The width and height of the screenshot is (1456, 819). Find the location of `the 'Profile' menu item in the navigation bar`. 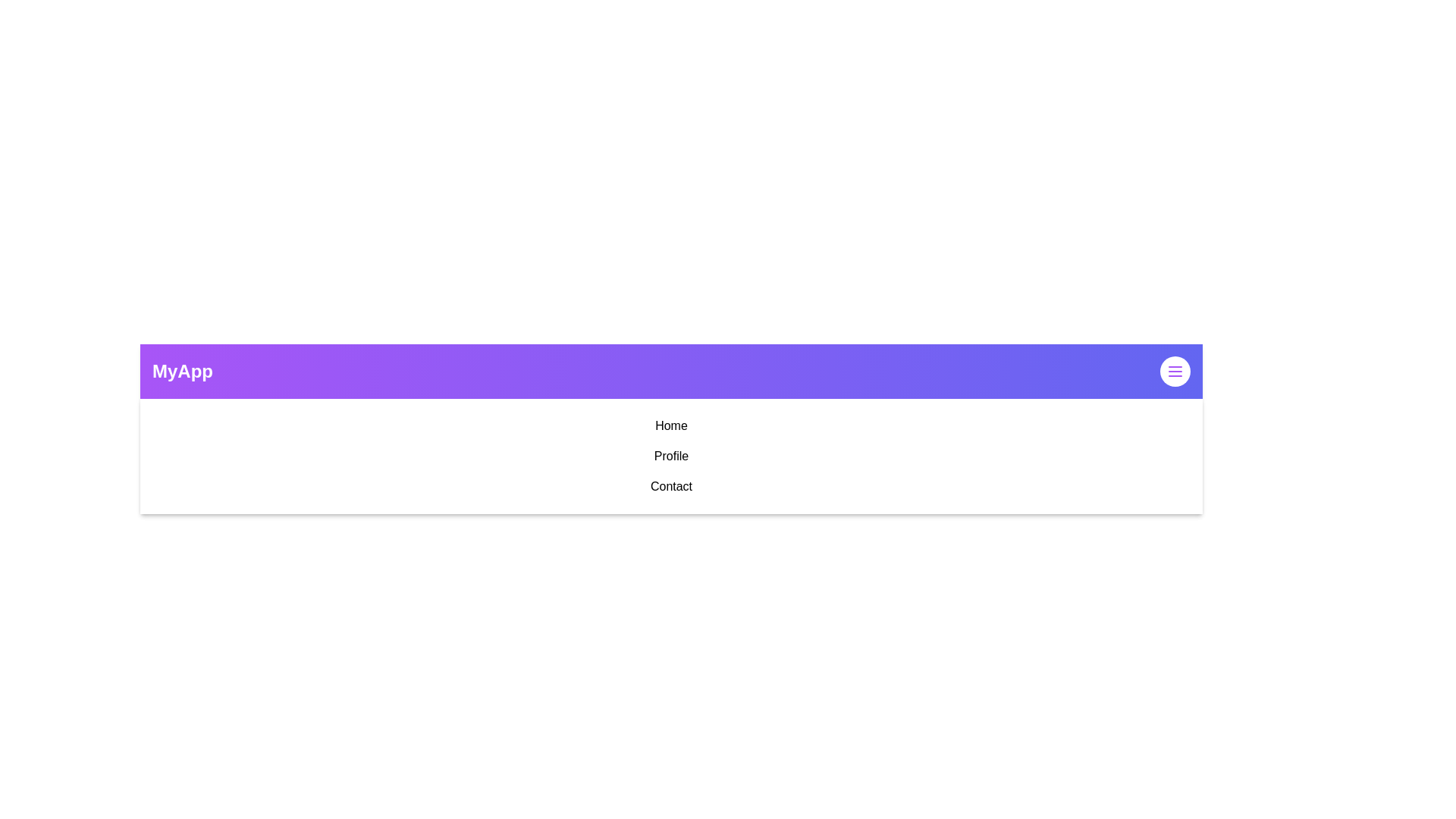

the 'Profile' menu item in the navigation bar is located at coordinates (670, 455).